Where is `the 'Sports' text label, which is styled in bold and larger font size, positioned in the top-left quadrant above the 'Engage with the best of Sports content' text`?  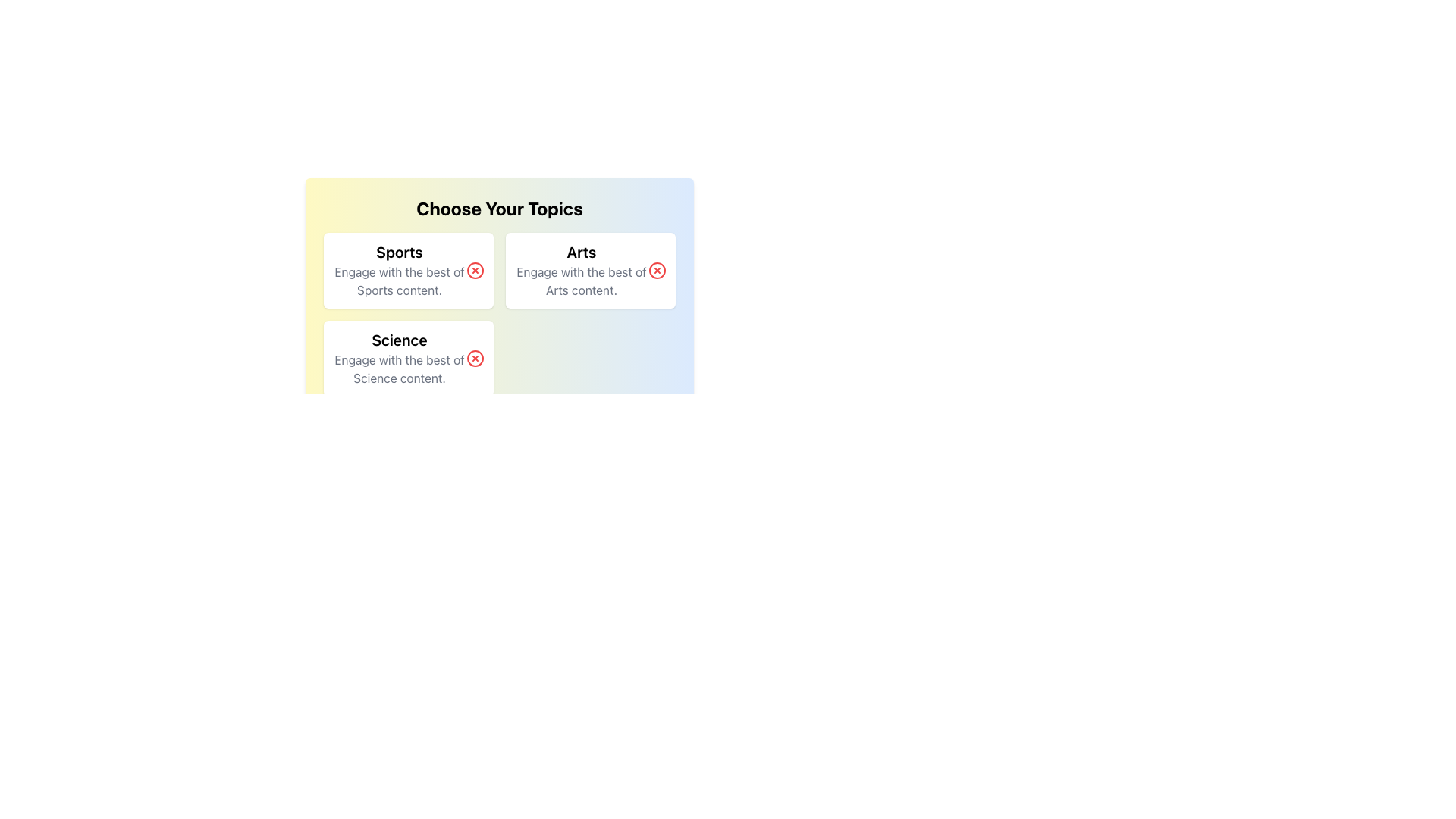 the 'Sports' text label, which is styled in bold and larger font size, positioned in the top-left quadrant above the 'Engage with the best of Sports content' text is located at coordinates (400, 251).